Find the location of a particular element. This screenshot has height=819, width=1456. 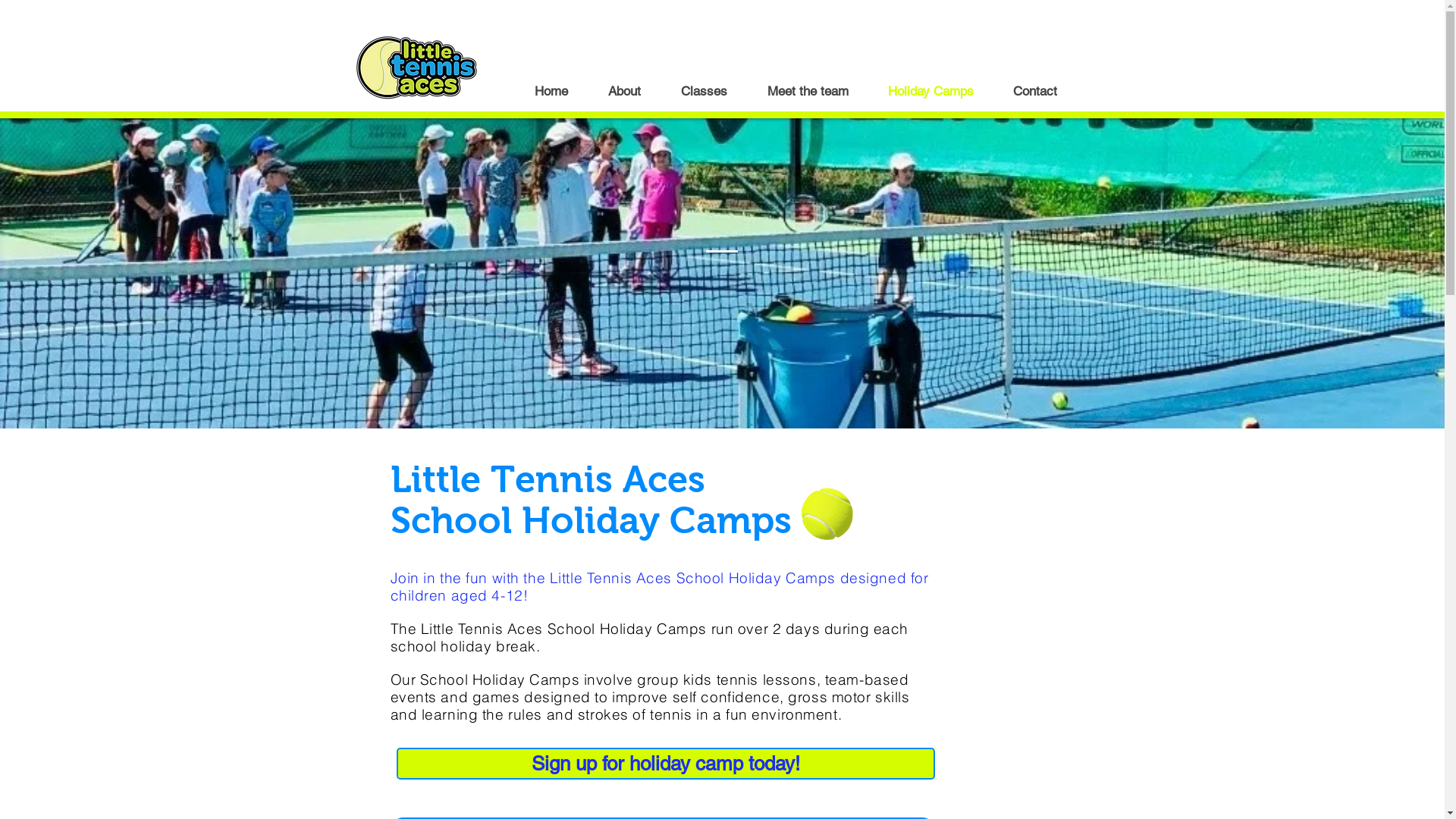

'Classes' is located at coordinates (704, 90).